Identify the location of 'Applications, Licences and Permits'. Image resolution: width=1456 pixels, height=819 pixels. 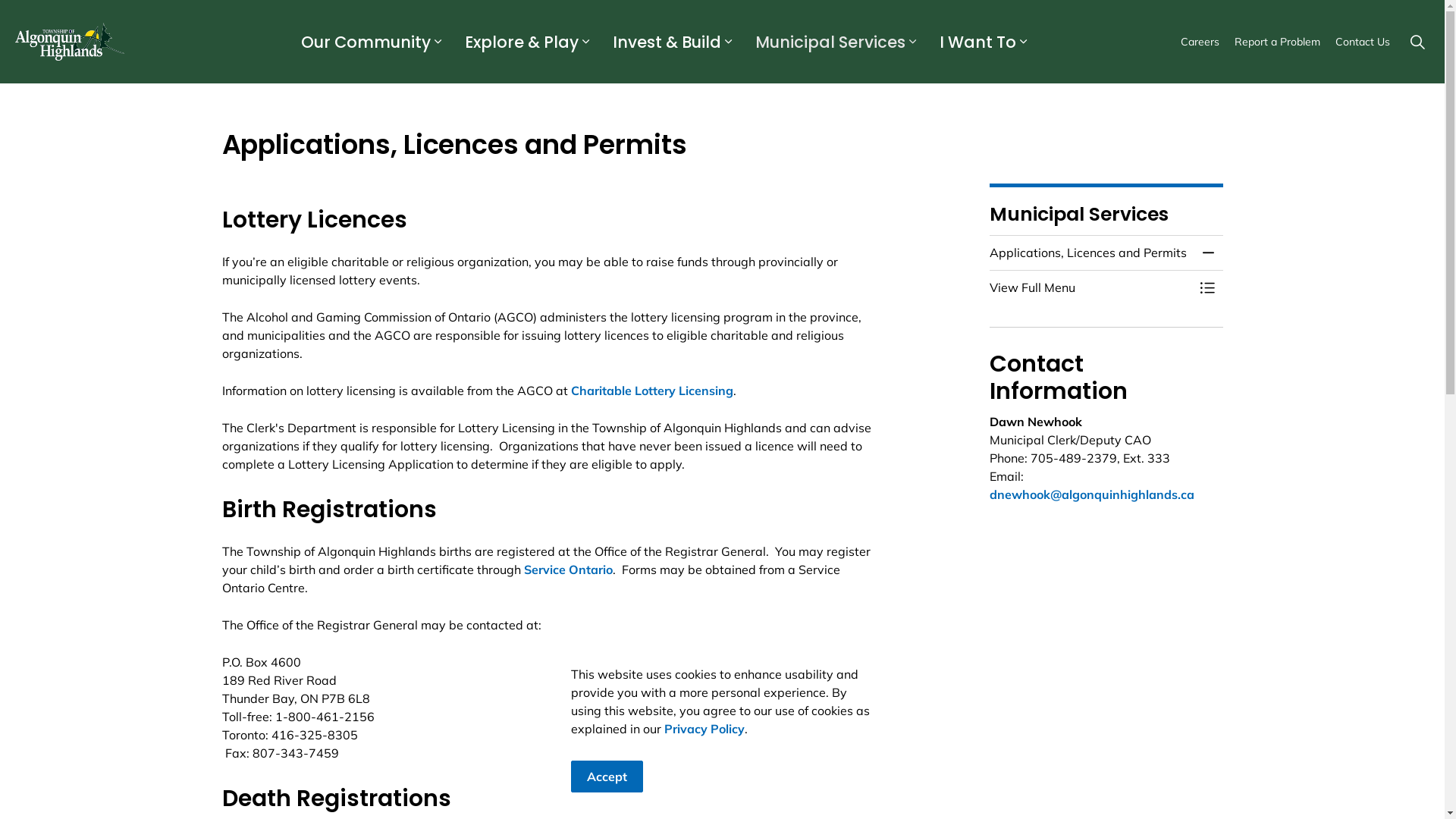
(1090, 251).